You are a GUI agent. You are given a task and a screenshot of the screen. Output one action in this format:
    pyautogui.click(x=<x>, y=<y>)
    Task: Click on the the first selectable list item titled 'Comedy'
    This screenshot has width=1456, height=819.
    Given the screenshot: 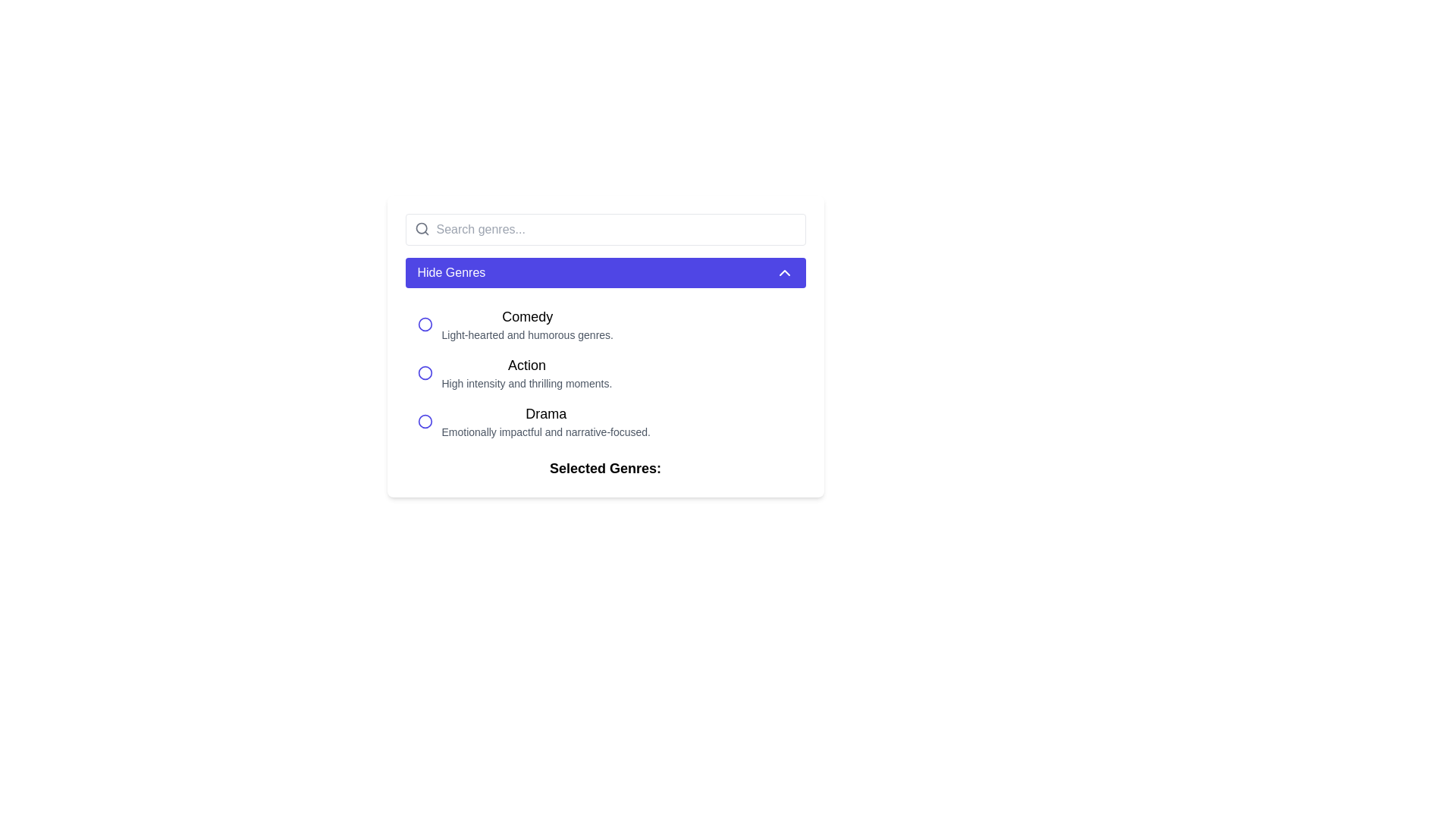 What is the action you would take?
    pyautogui.click(x=604, y=324)
    